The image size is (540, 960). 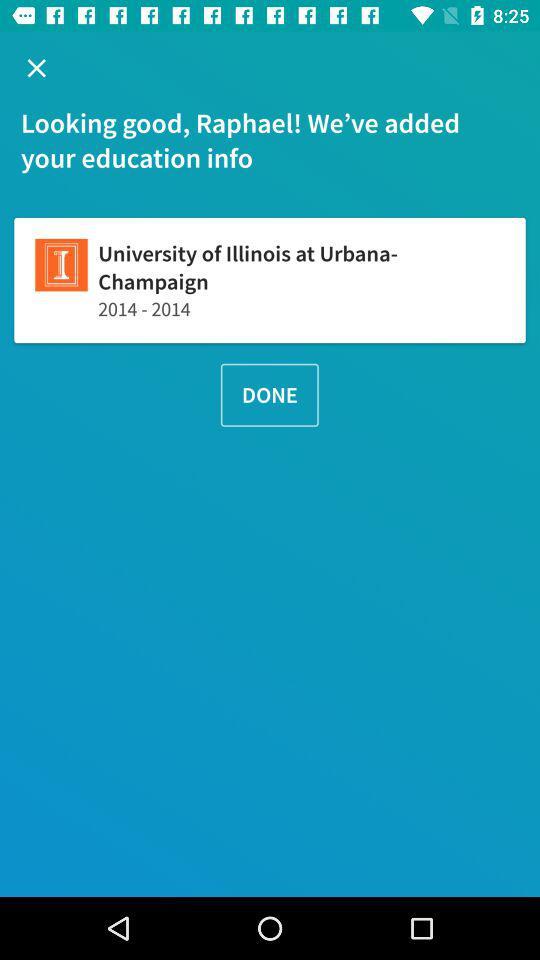 I want to click on the icon at the center, so click(x=269, y=394).